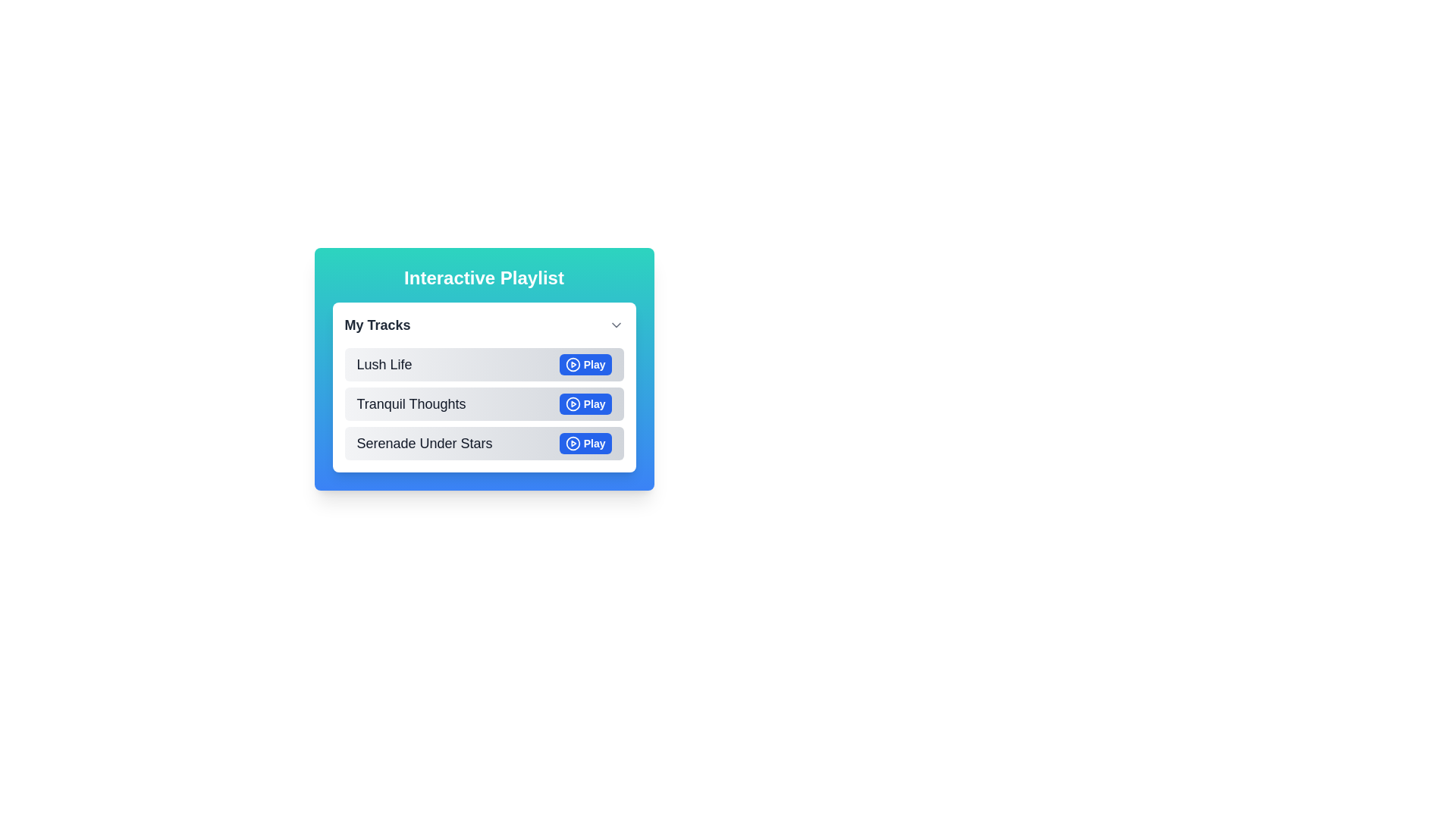 This screenshot has width=1456, height=819. Describe the element at coordinates (572, 365) in the screenshot. I see `the circular outline graphic within the blue play button labeled 'Play', which is located next to 'Lush Life' in the 'My Tracks' section` at that location.